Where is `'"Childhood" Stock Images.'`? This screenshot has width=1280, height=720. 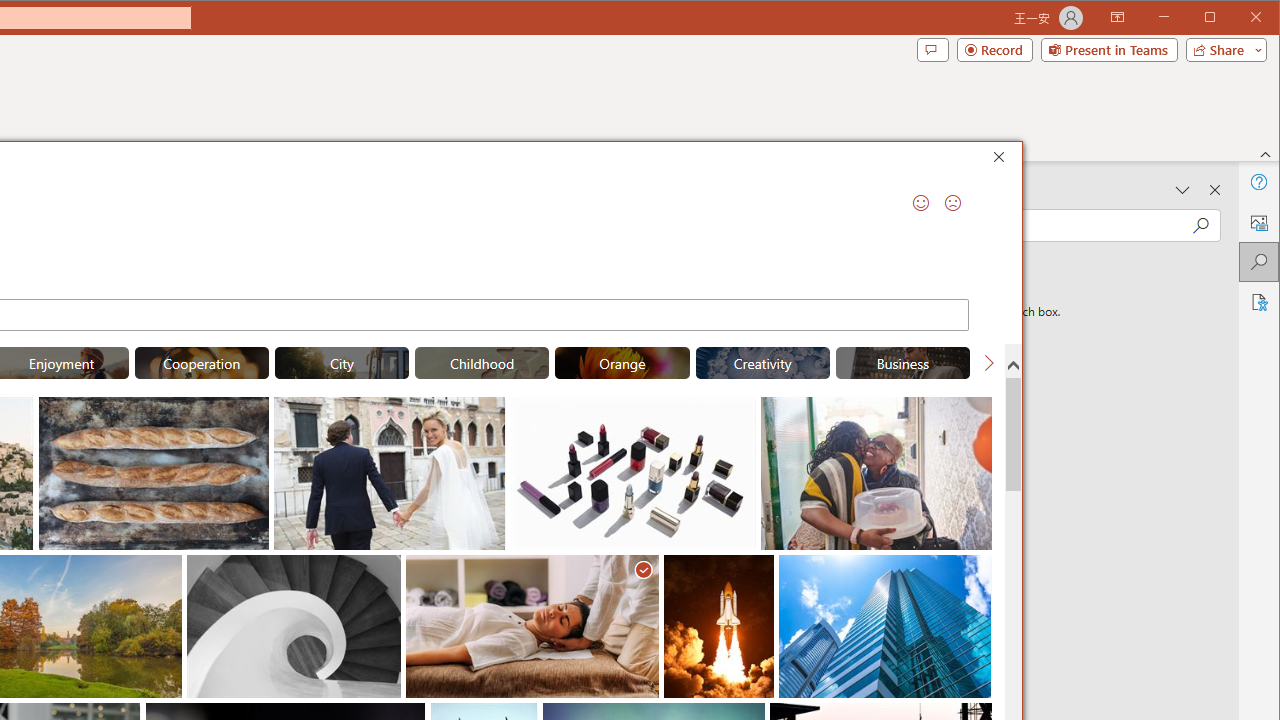 '"Childhood" Stock Images.' is located at coordinates (481, 362).